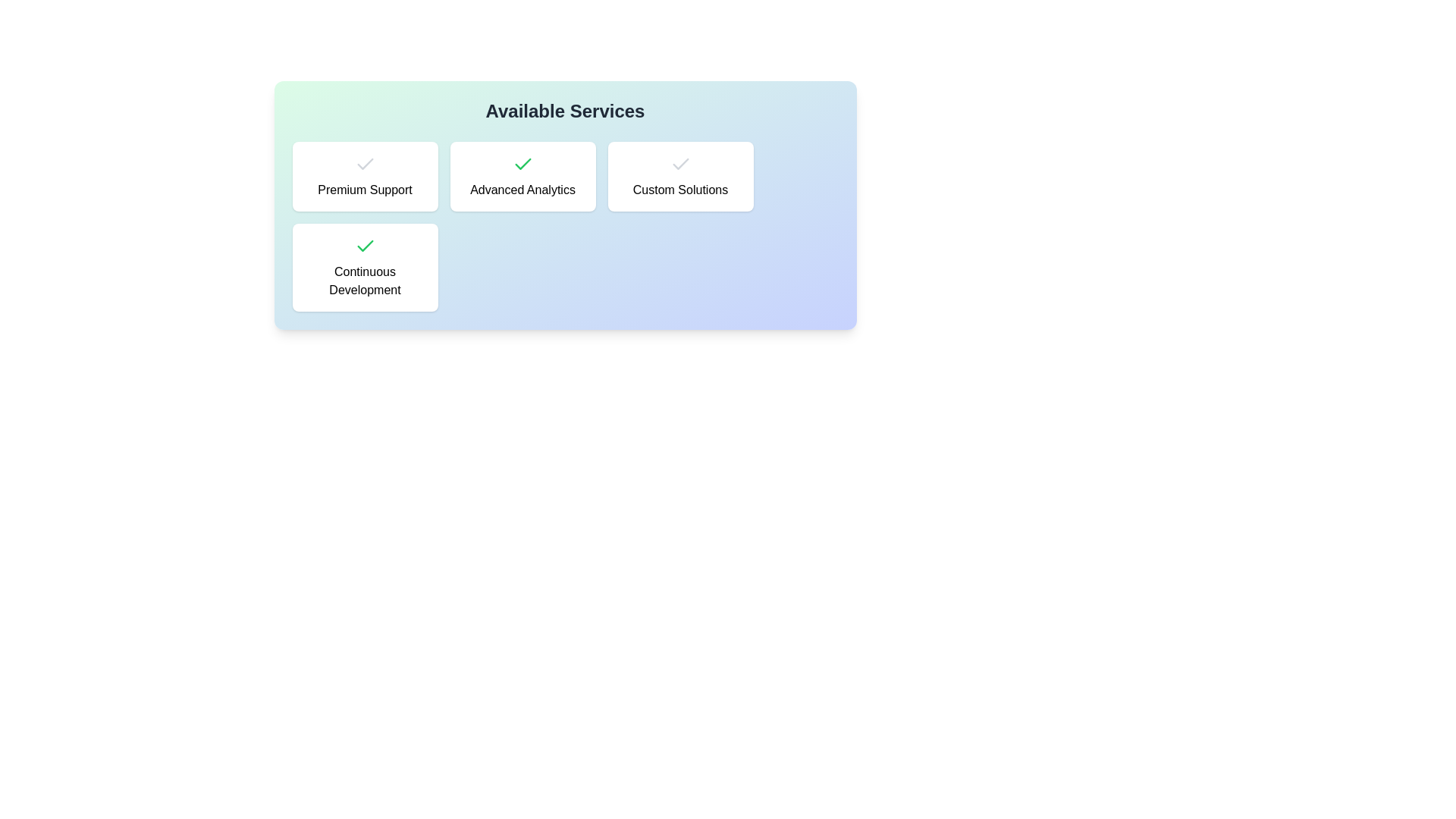  I want to click on the 'Advanced Analytics' selectable option card, which is the second option in a row of four, positioned between 'Premium Support' and 'Custom Solutions', so click(522, 175).